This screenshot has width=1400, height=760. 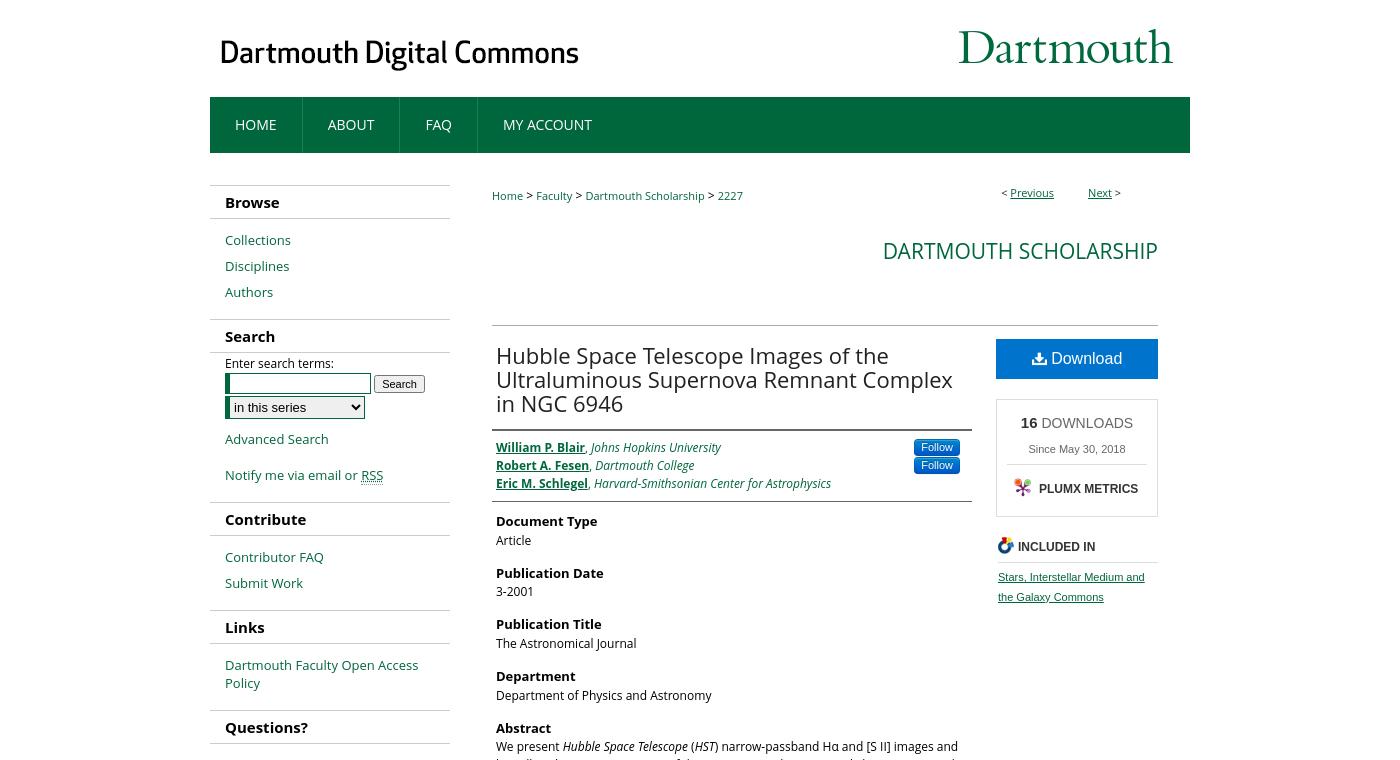 What do you see at coordinates (542, 464) in the screenshot?
I see `'Robert A. Fesen'` at bounding box center [542, 464].